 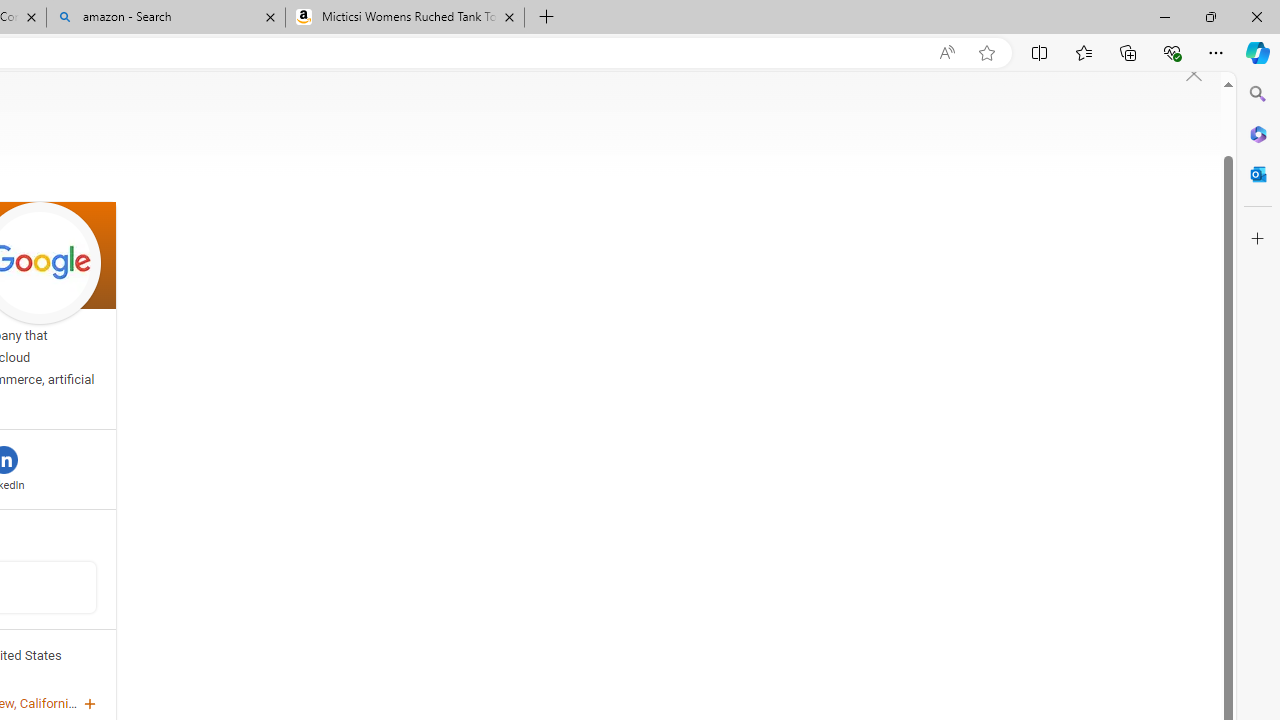 I want to click on 'Outlook', so click(x=1257, y=173).